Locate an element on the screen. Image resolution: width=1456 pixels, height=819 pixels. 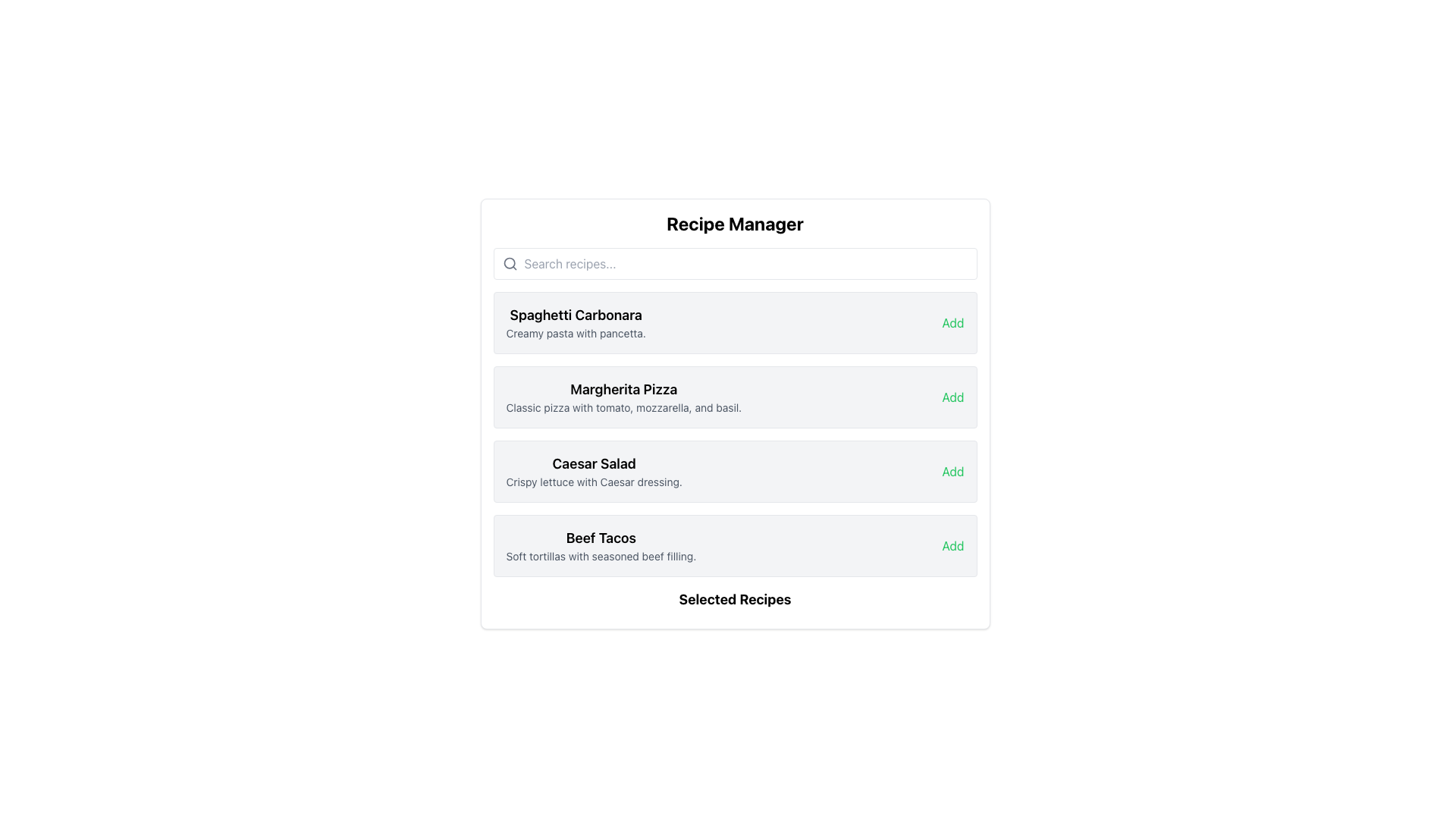
the search icon located inside the text input field beneath the 'Recipe Manager' heading, positioned to the far left of the input field is located at coordinates (510, 262).